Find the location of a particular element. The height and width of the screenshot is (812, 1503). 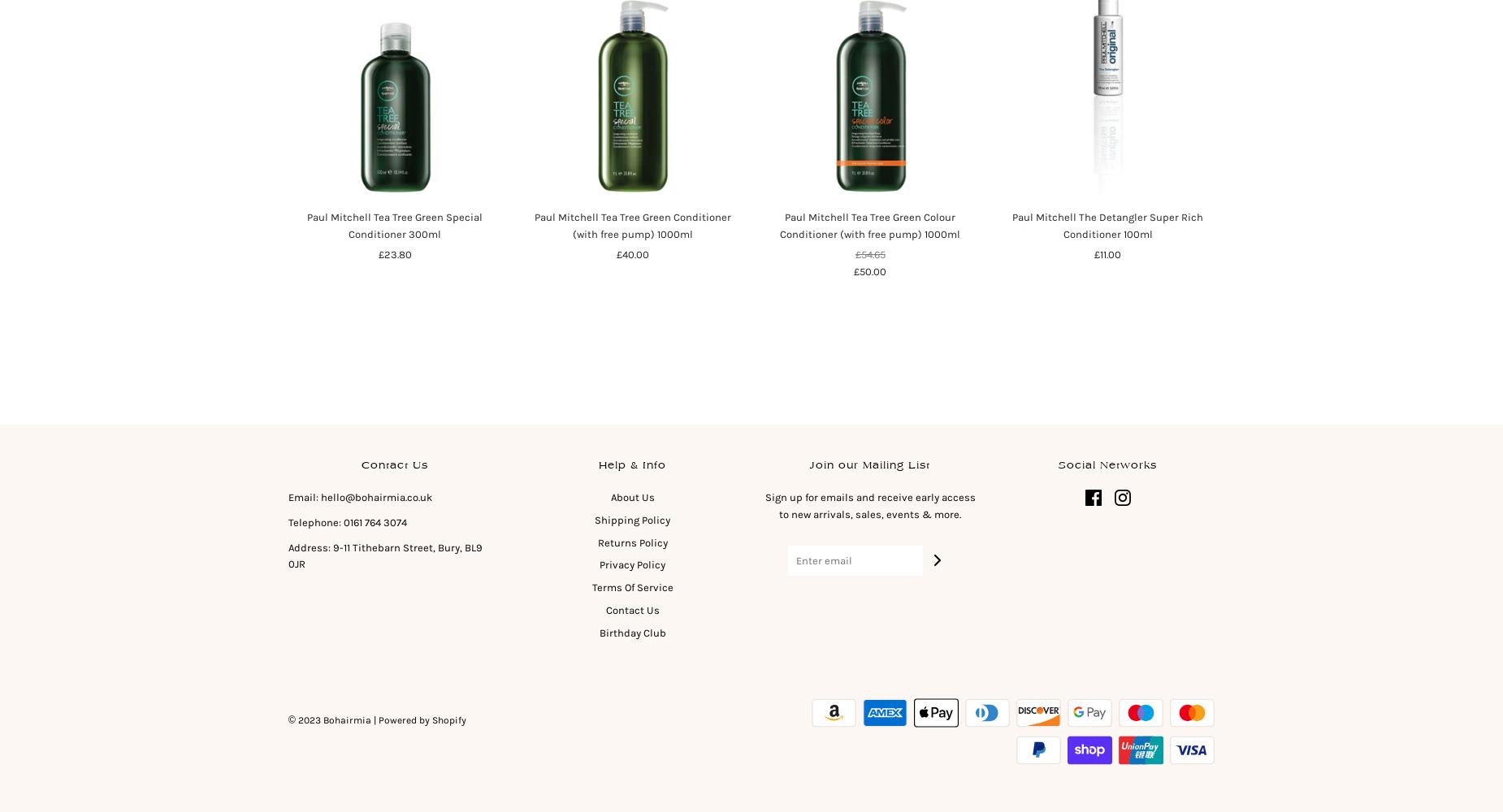

'Join our Mailing List' is located at coordinates (808, 464).